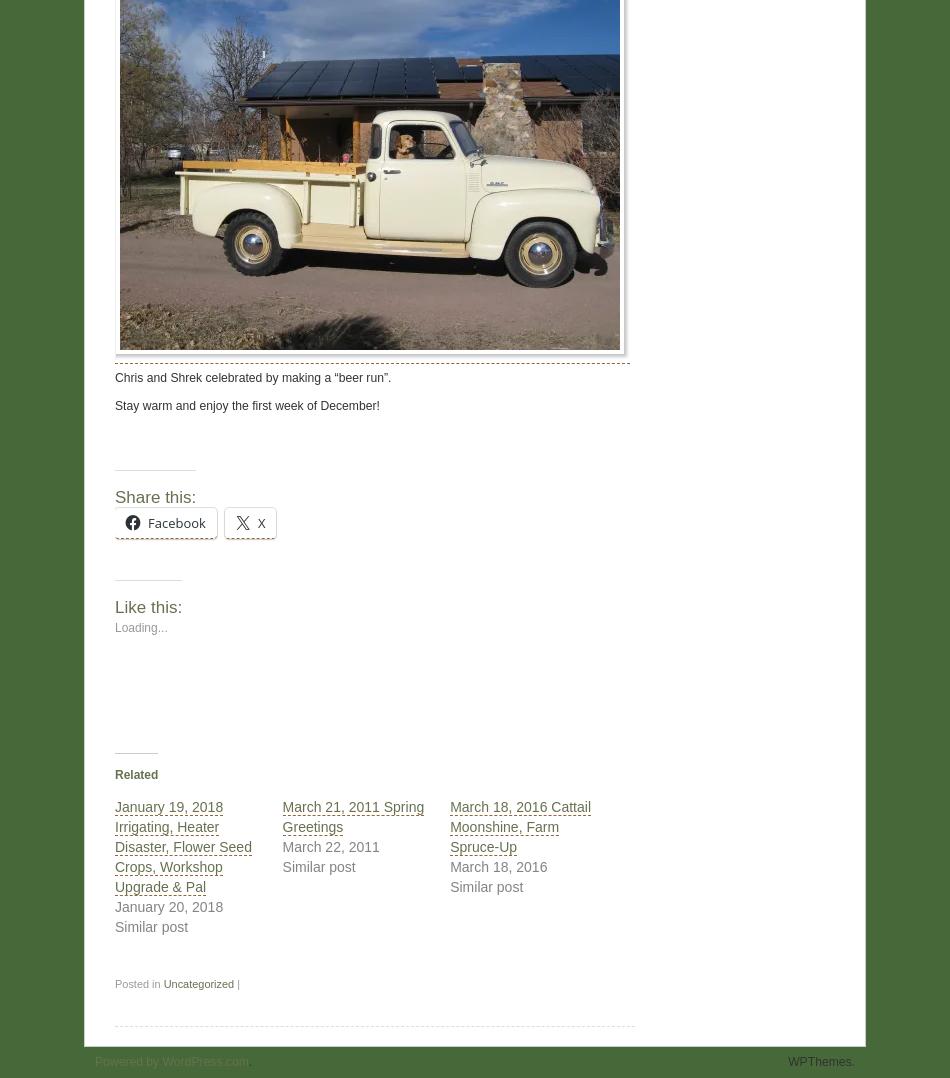 This screenshot has width=950, height=1078. Describe the element at coordinates (140, 625) in the screenshot. I see `'Loading...'` at that location.